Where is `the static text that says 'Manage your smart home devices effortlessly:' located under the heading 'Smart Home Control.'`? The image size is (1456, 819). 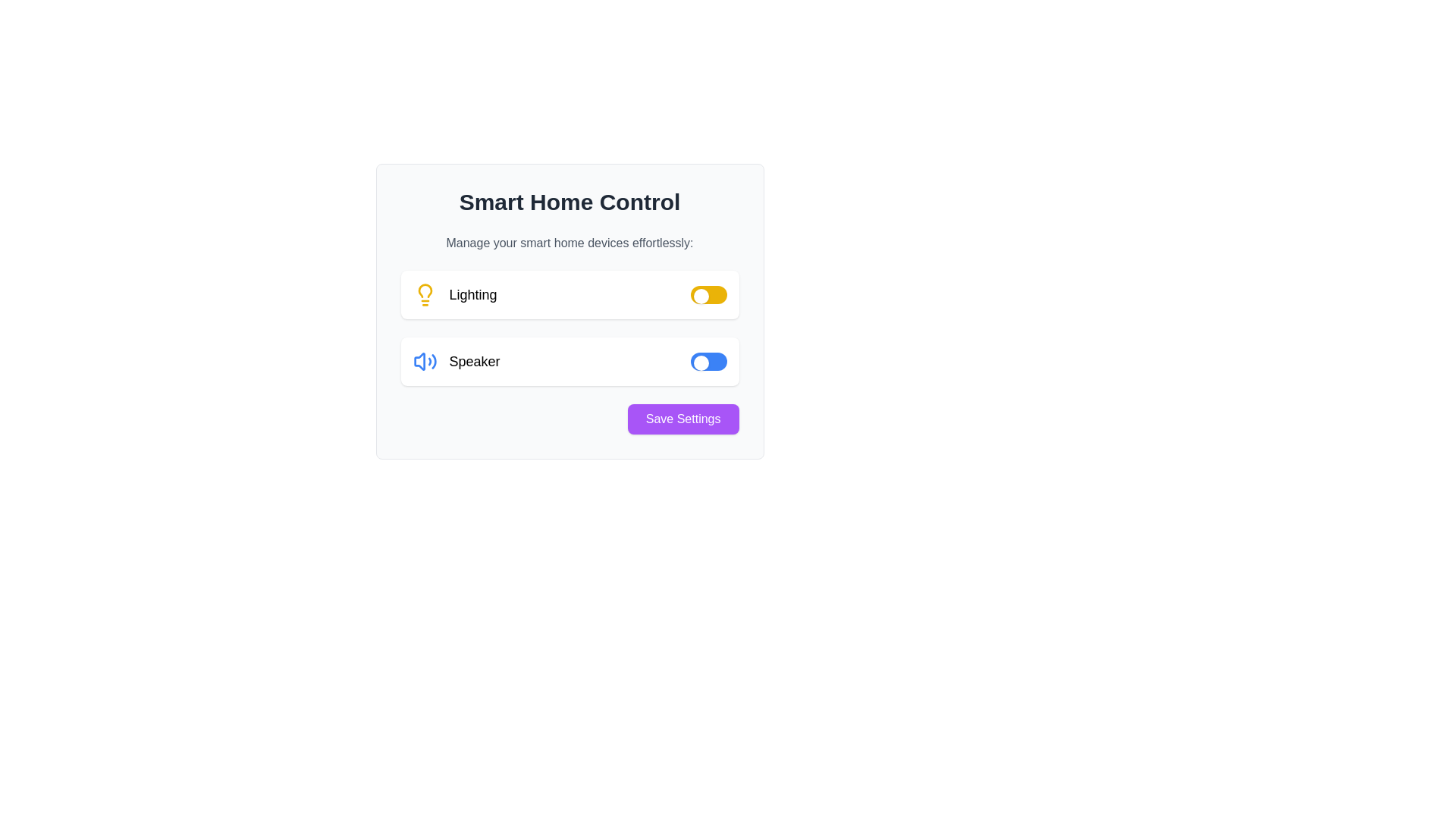
the static text that says 'Manage your smart home devices effortlessly:' located under the heading 'Smart Home Control.' is located at coordinates (569, 242).